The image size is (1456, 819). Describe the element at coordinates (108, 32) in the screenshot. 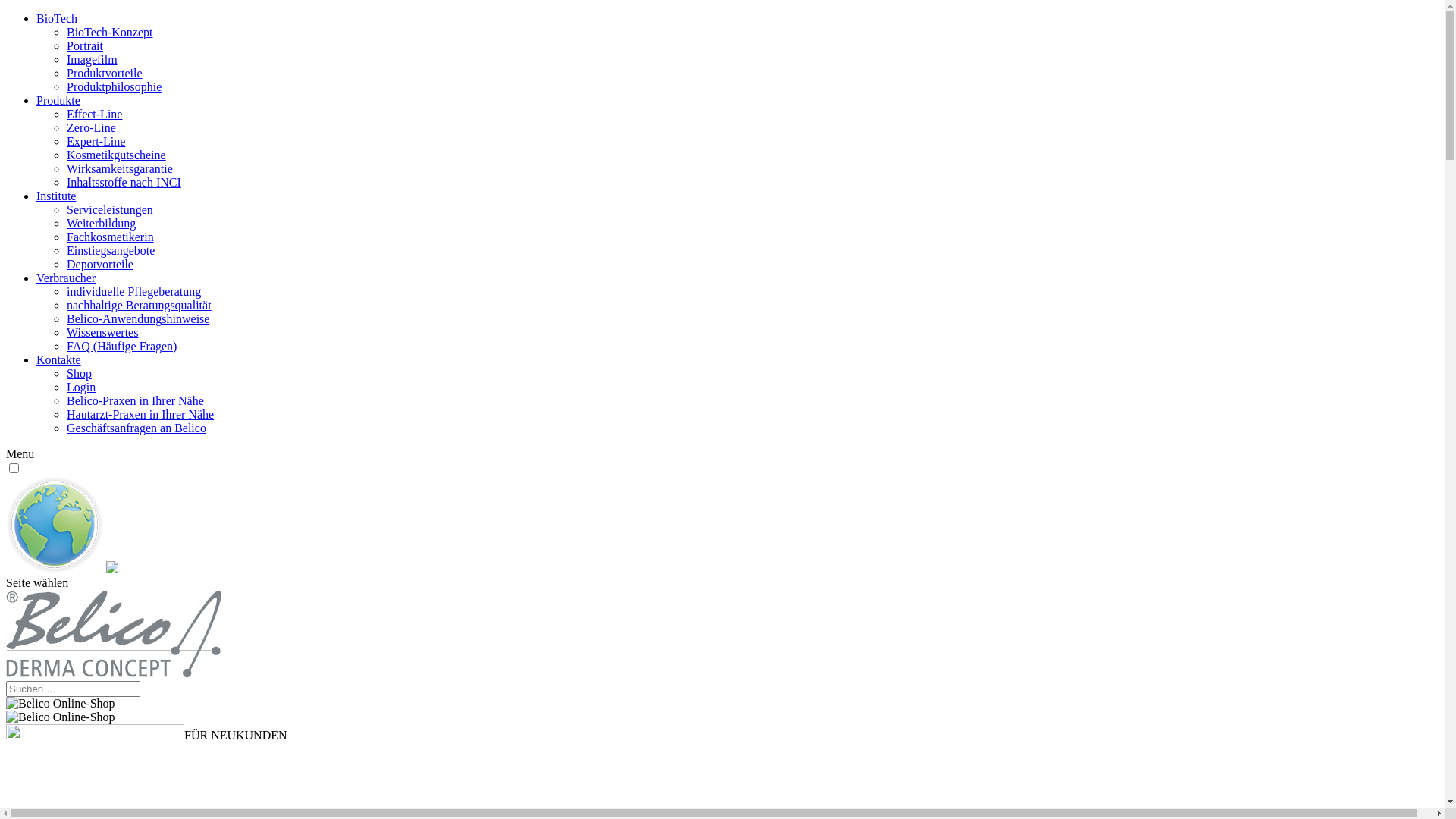

I see `'BioTech-Konzept'` at that location.